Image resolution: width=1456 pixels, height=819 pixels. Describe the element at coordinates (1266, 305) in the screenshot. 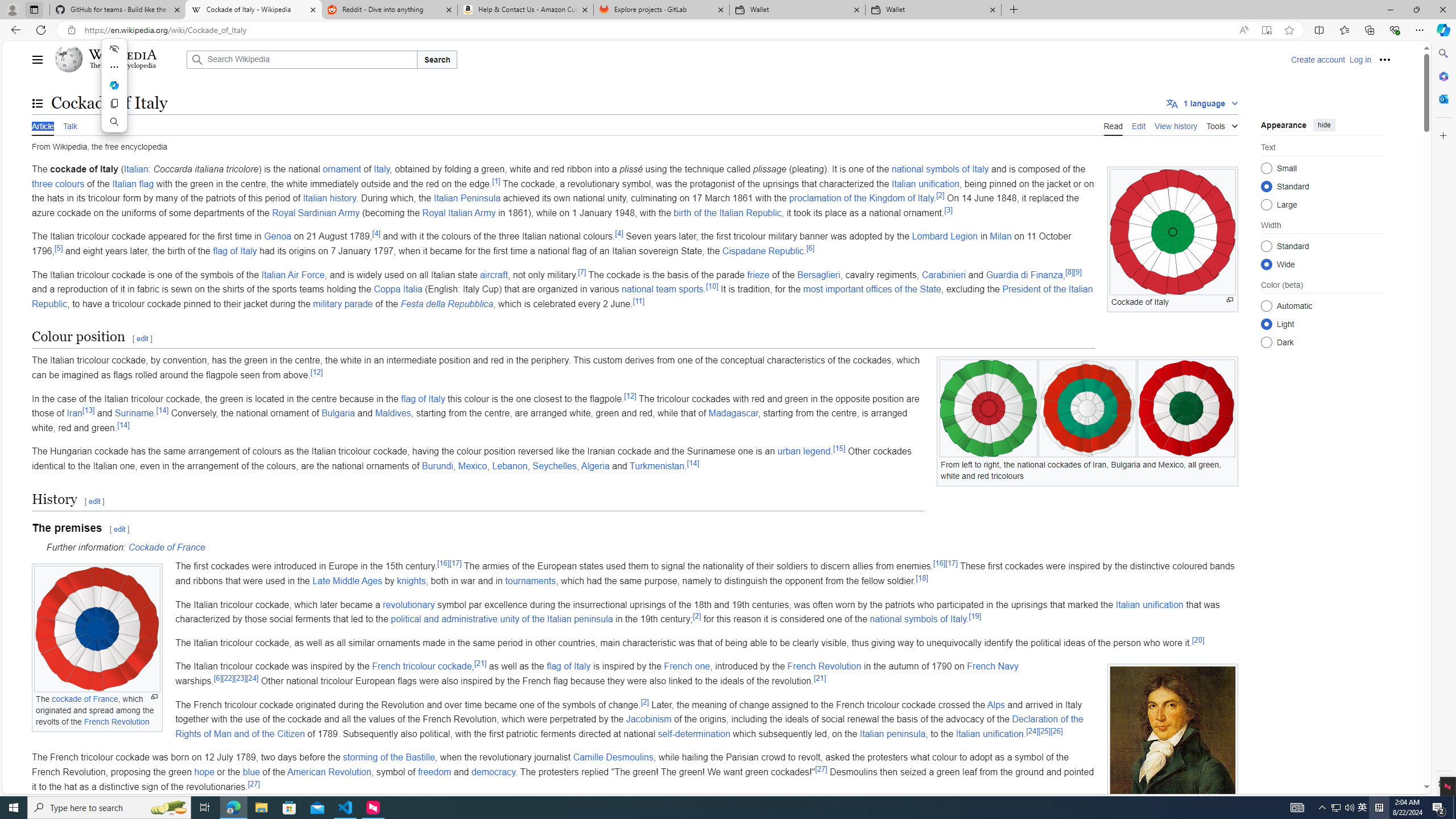

I see `'Automatic'` at that location.